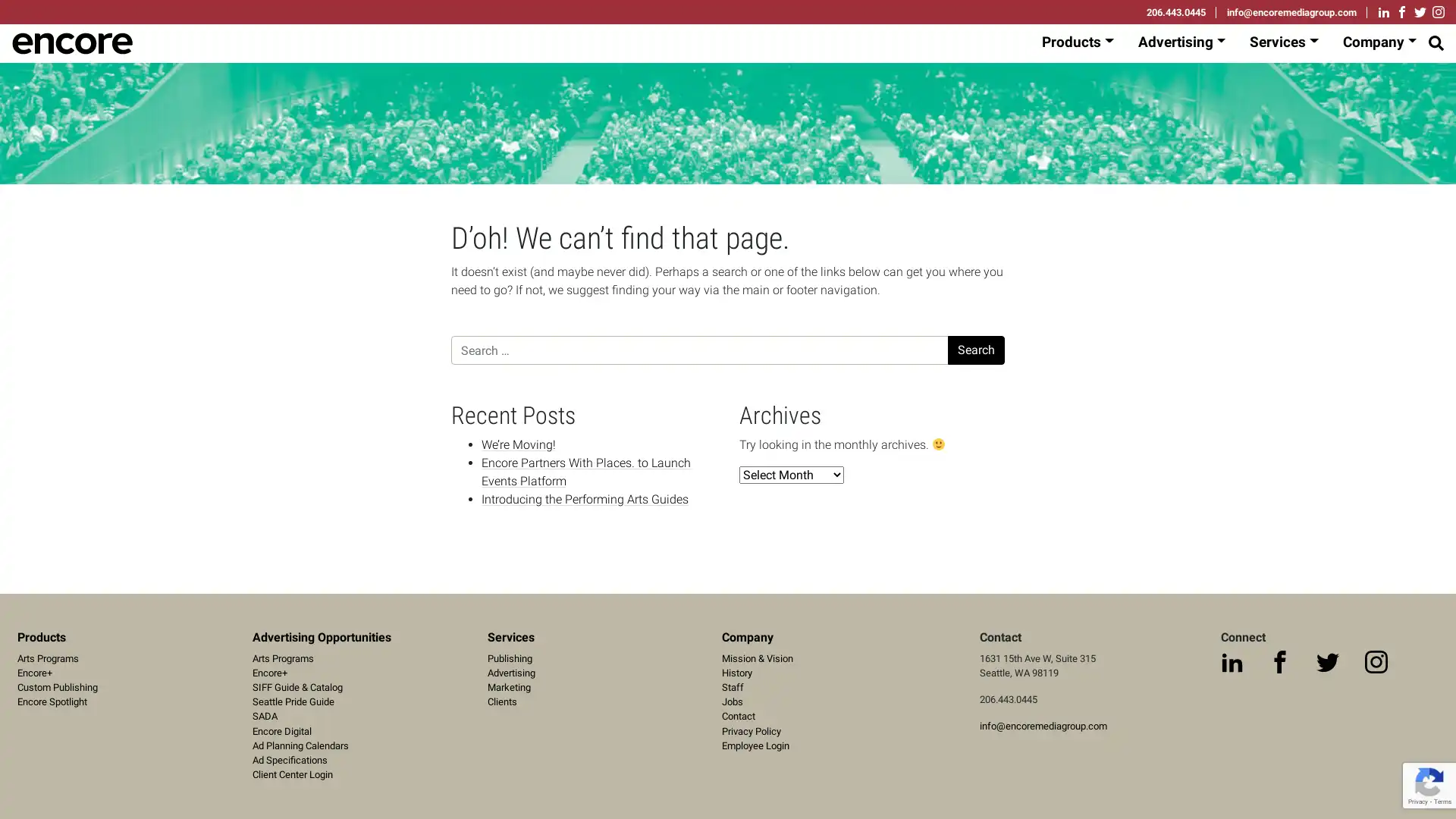  What do you see at coordinates (976, 350) in the screenshot?
I see `Search` at bounding box center [976, 350].